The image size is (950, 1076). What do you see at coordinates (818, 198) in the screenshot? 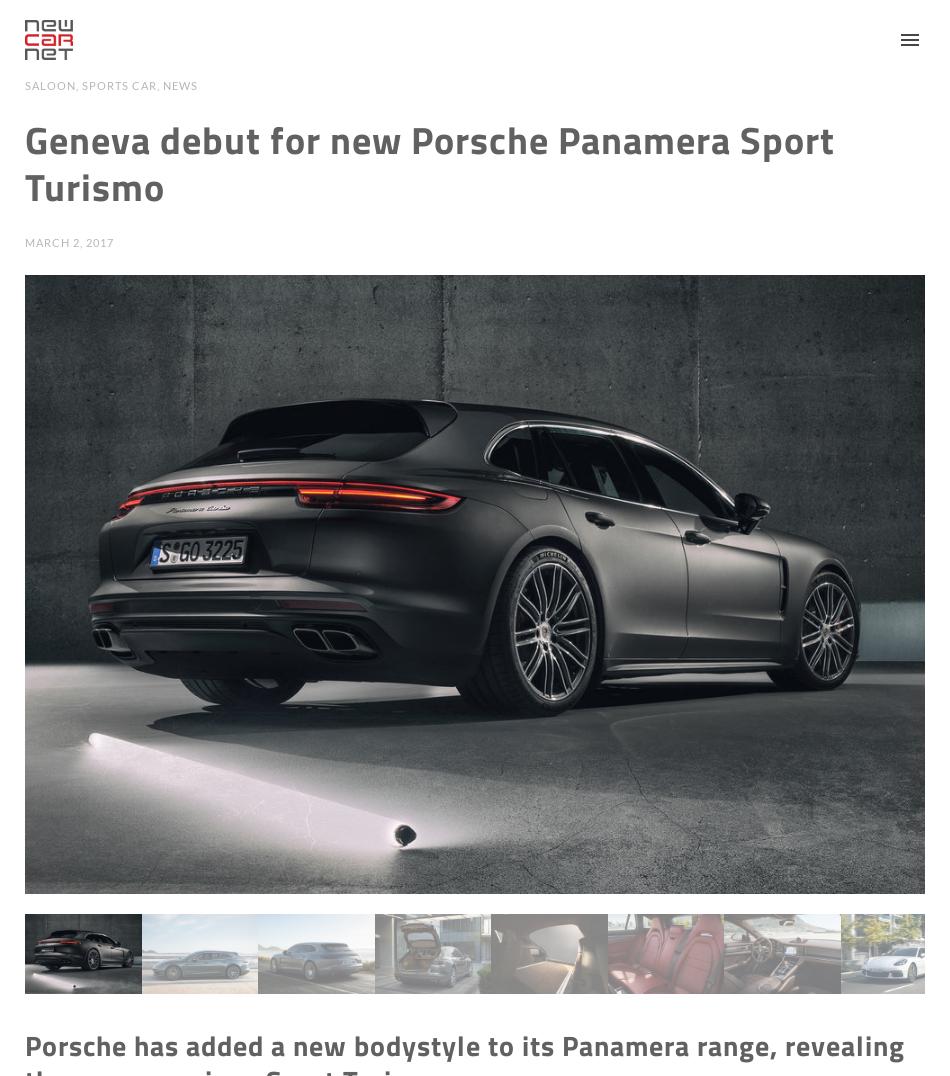
I see `'Buying Guides'` at bounding box center [818, 198].